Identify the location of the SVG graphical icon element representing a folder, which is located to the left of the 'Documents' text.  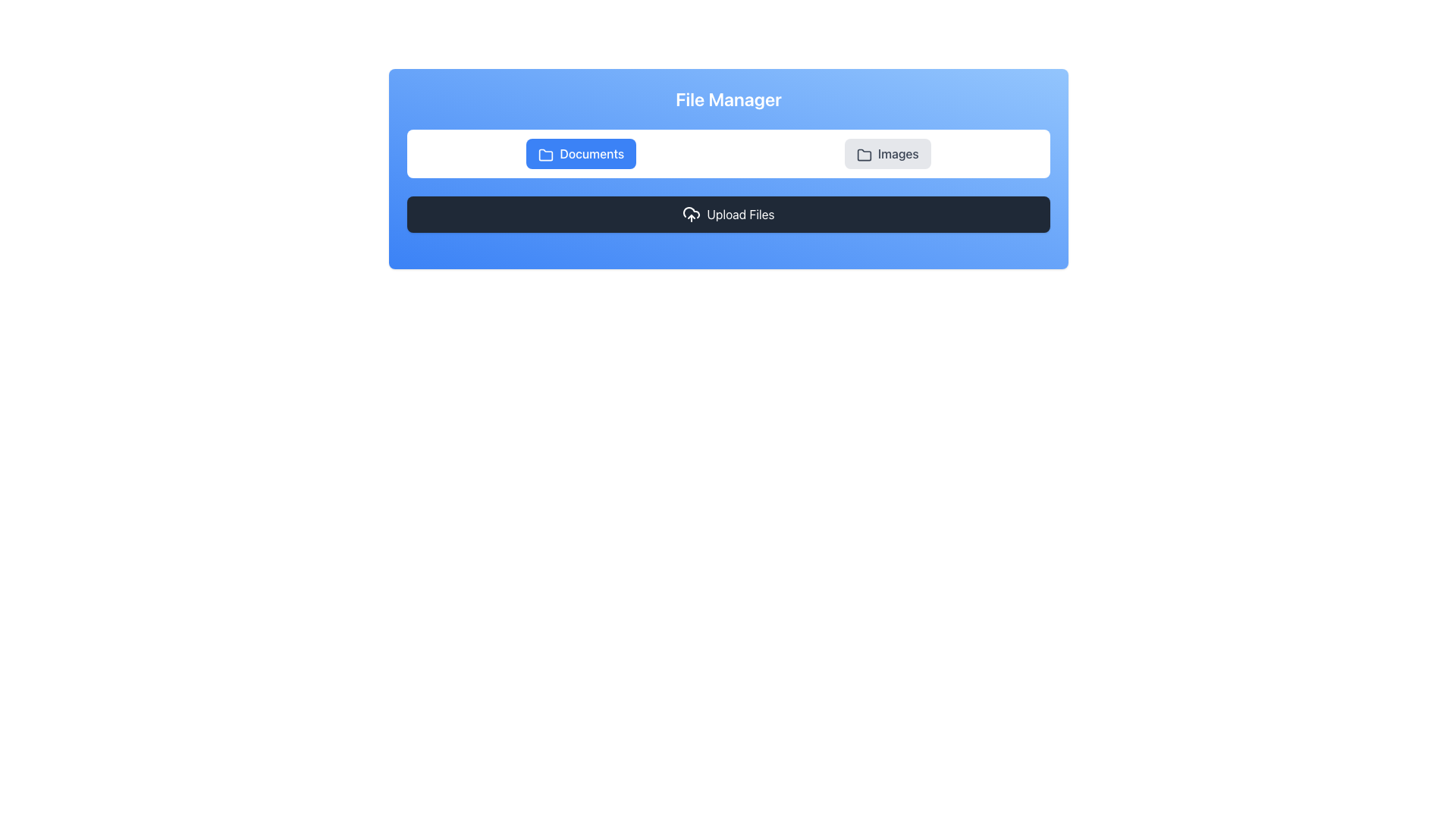
(546, 155).